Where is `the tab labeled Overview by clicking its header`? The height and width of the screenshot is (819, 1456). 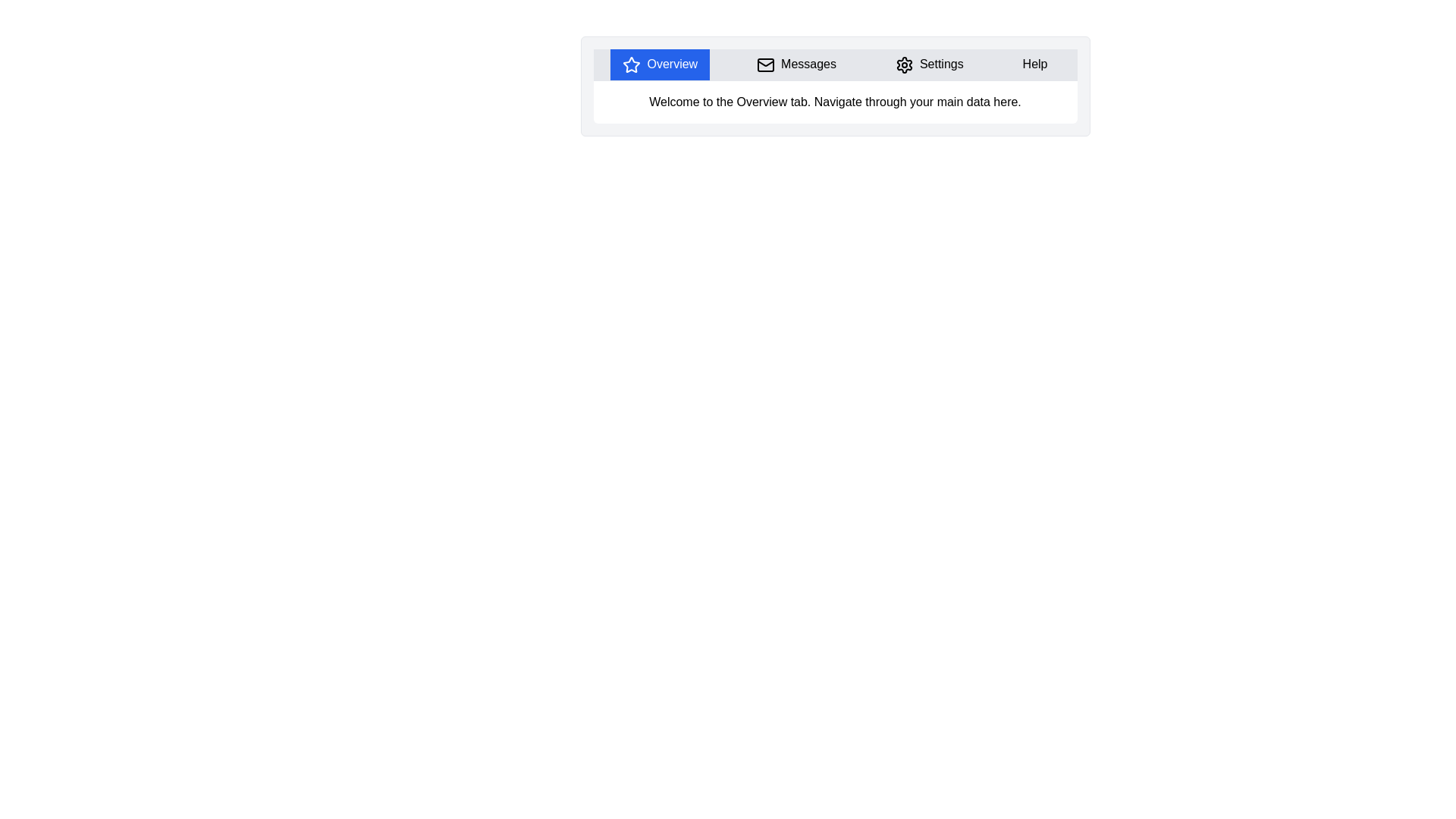
the tab labeled Overview by clicking its header is located at coordinates (660, 64).